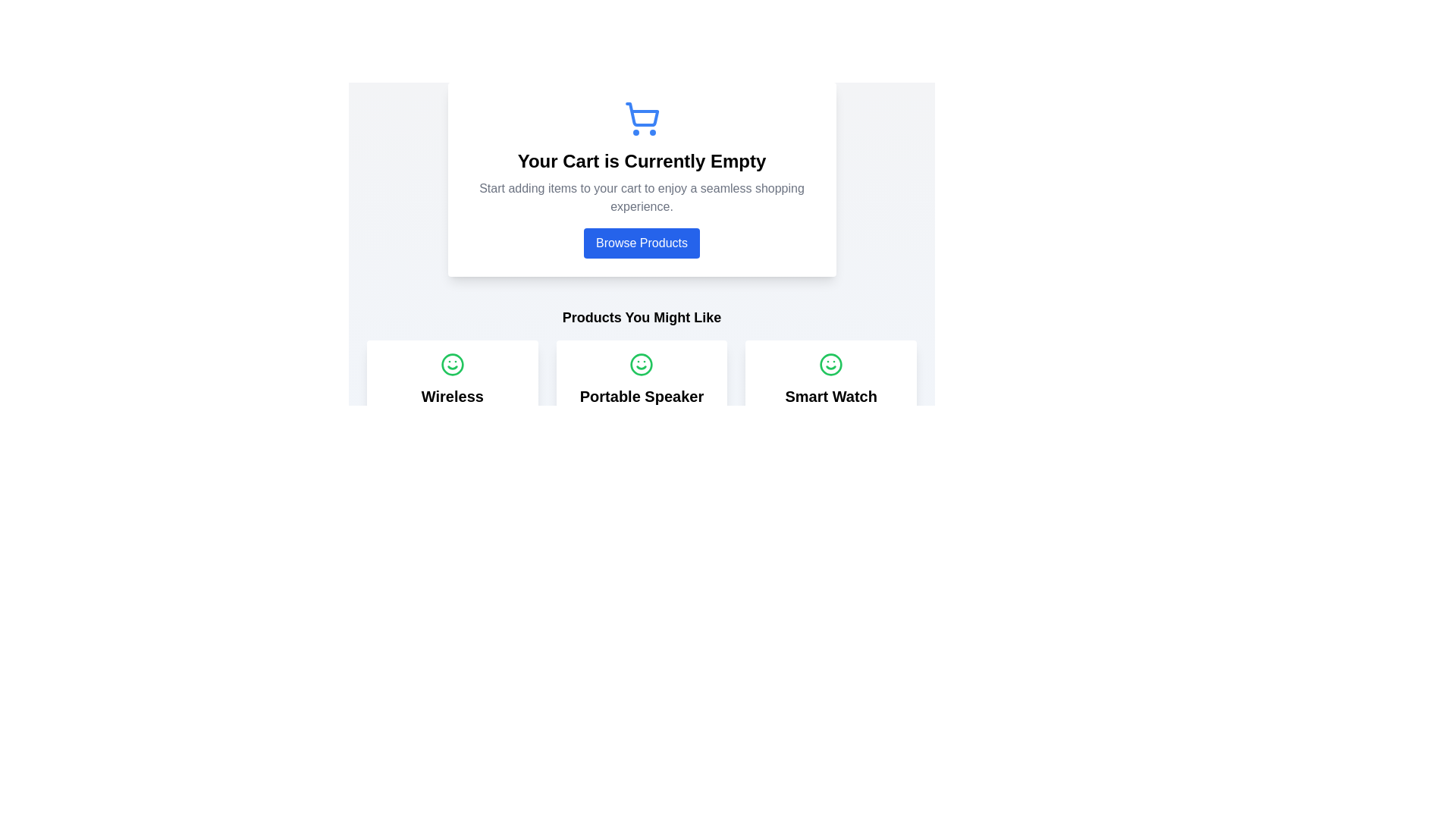 The width and height of the screenshot is (1456, 819). Describe the element at coordinates (451, 365) in the screenshot. I see `the green circular outline of the smiling face icon located inside the 'Wireless' item box under the 'Products You Might Like' section` at that location.